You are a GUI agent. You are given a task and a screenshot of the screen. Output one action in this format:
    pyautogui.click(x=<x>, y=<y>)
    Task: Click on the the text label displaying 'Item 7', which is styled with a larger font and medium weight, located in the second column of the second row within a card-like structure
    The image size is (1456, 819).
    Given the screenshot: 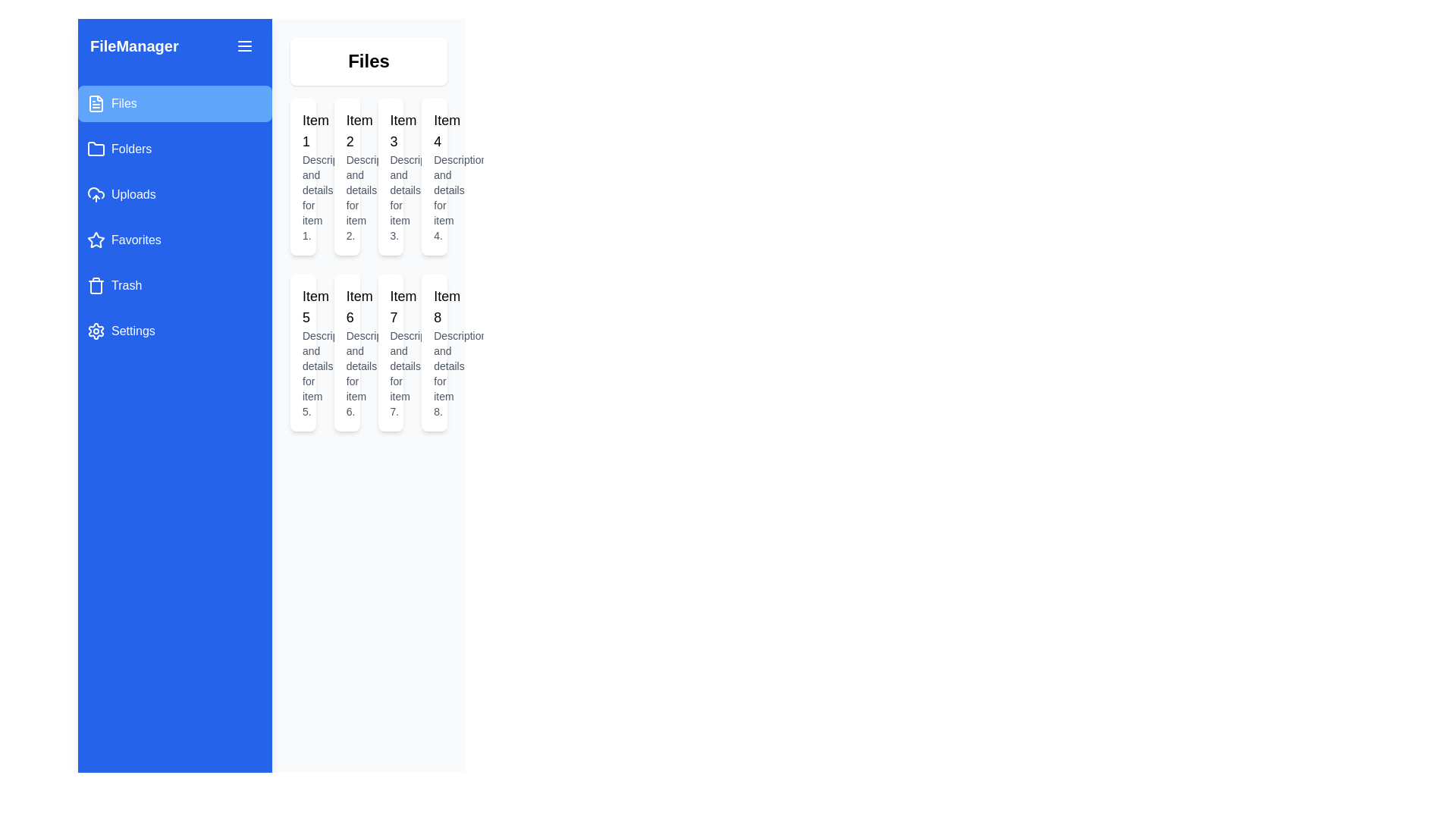 What is the action you would take?
    pyautogui.click(x=391, y=307)
    